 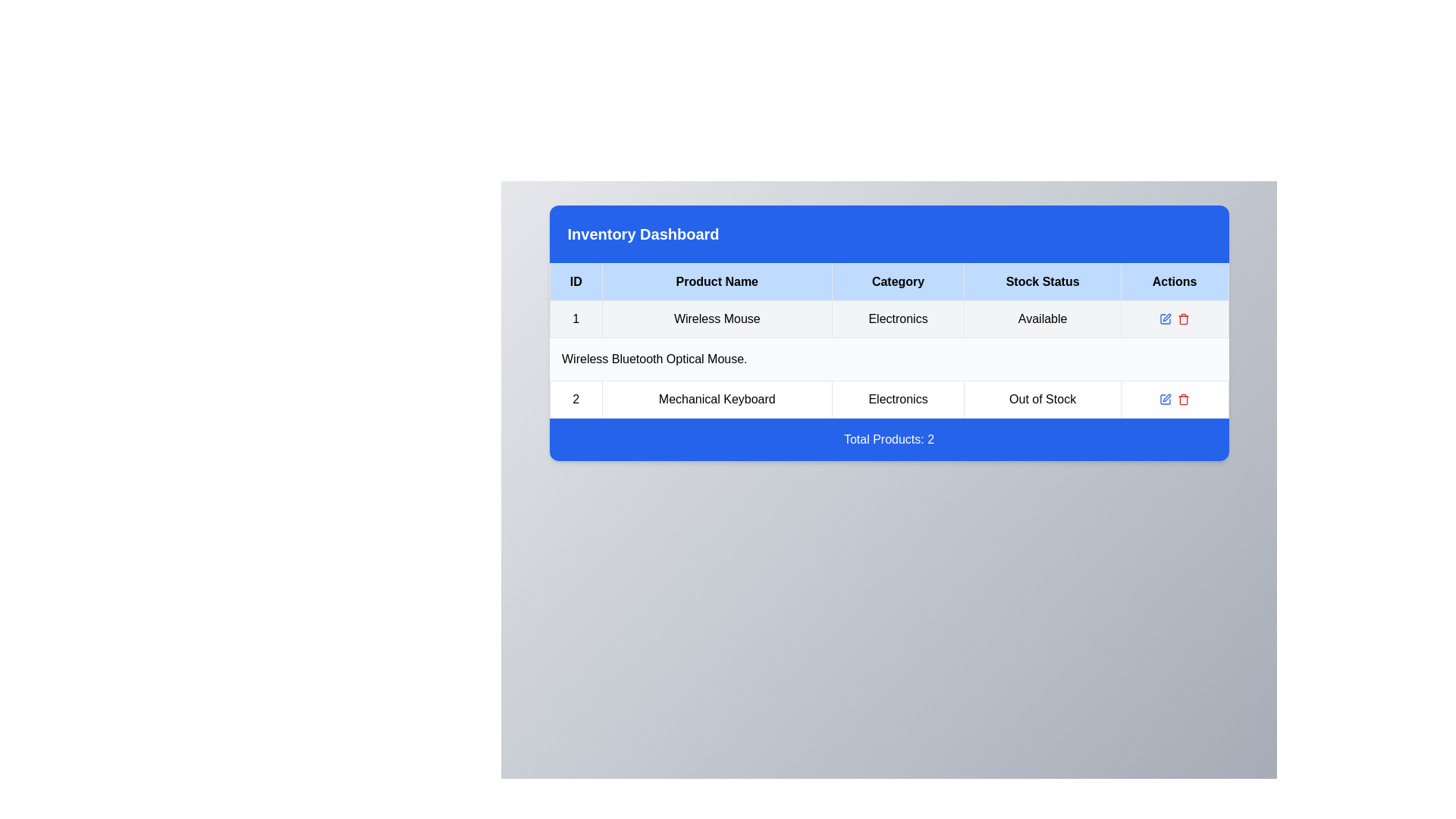 What do you see at coordinates (1165, 399) in the screenshot?
I see `the action icon in the 'Actions' column of the table row for the 'Mechanical Keyboard' product` at bounding box center [1165, 399].